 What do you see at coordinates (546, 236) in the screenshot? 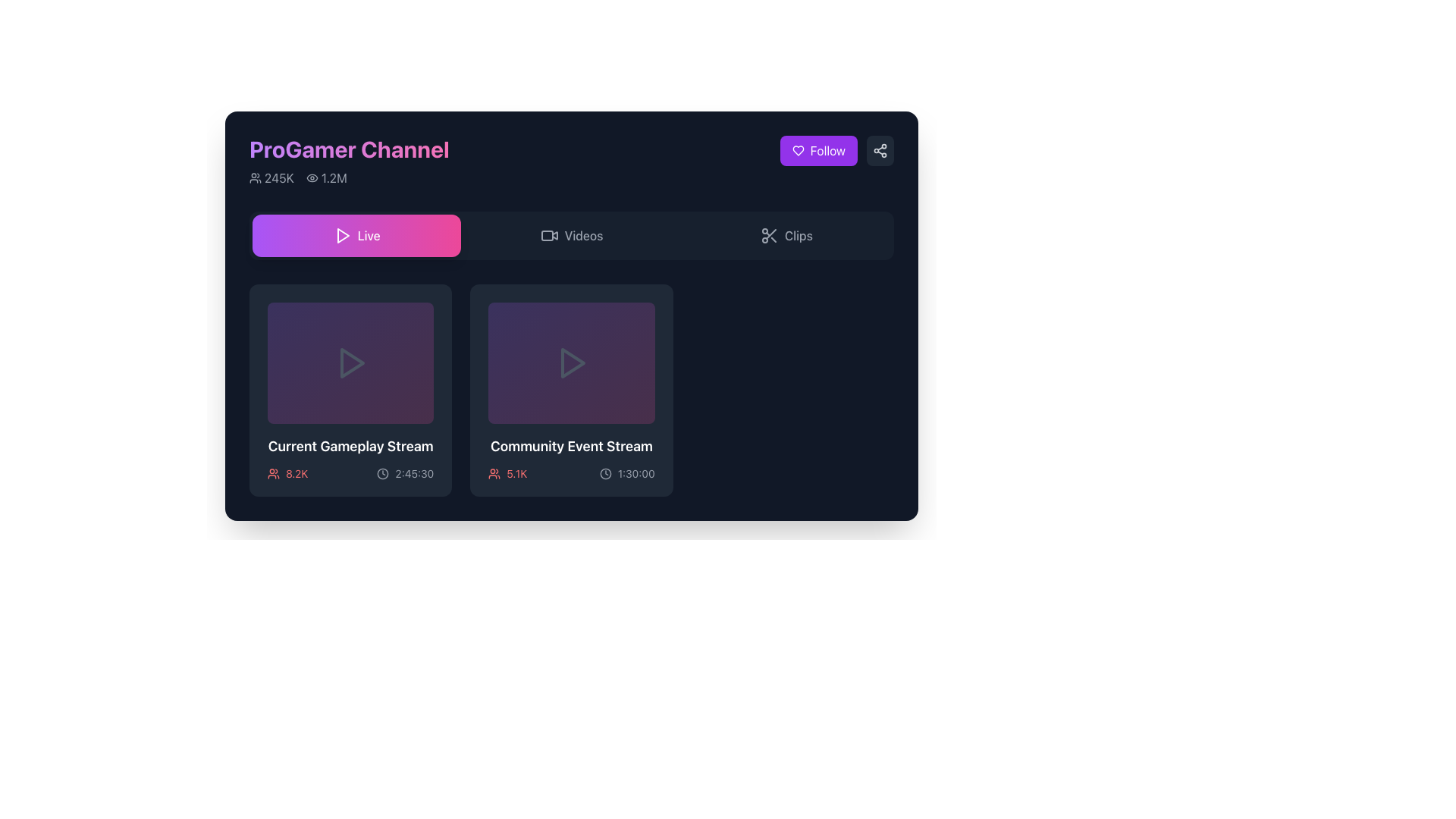
I see `the decorative rectangular element with rounded corners within the video icon, located in the central-left portion of the icon` at bounding box center [546, 236].